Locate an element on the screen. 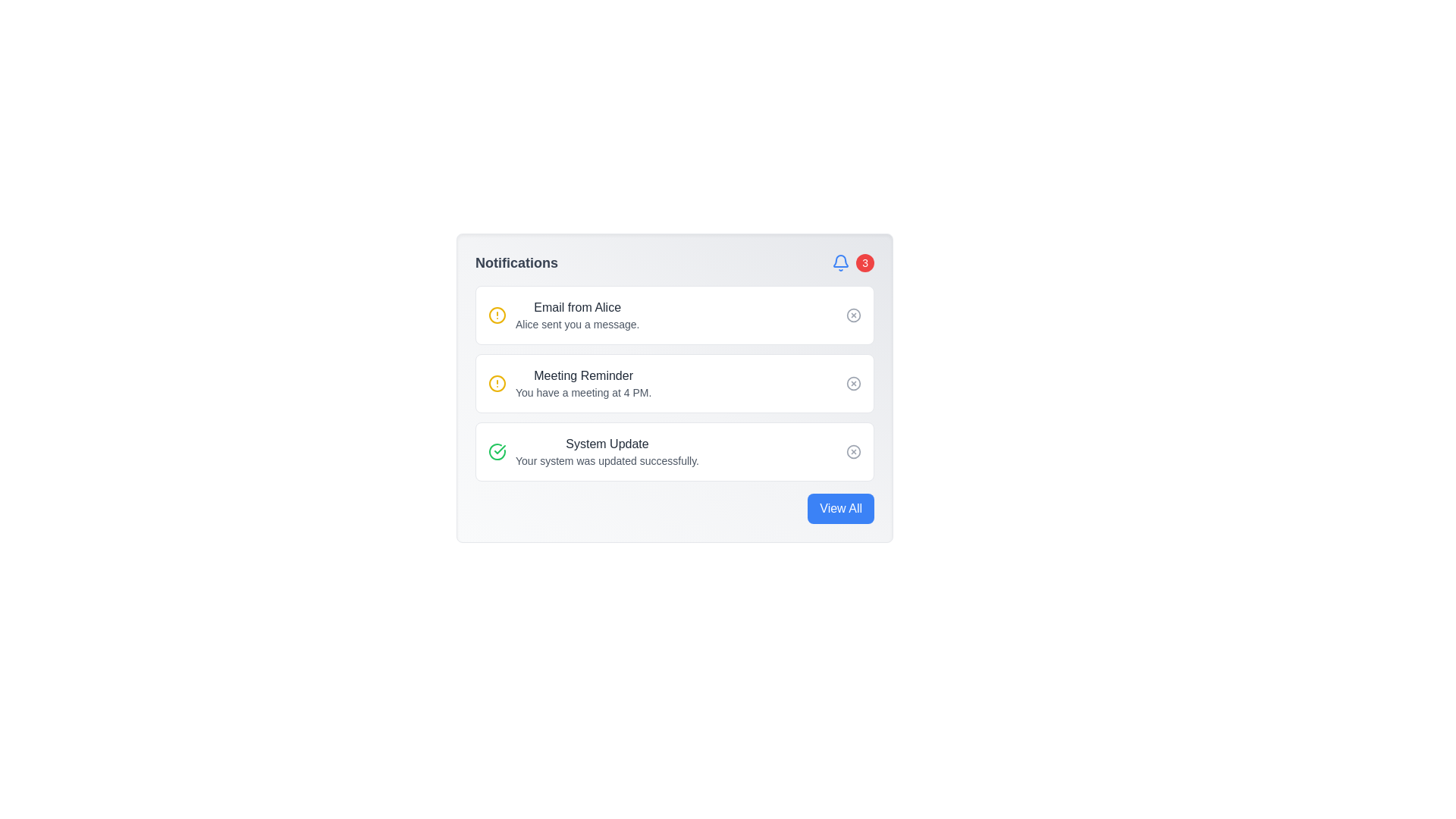  the circular icon that serves as the close button for the notification associated with 'Email from Alice' is located at coordinates (854, 315).